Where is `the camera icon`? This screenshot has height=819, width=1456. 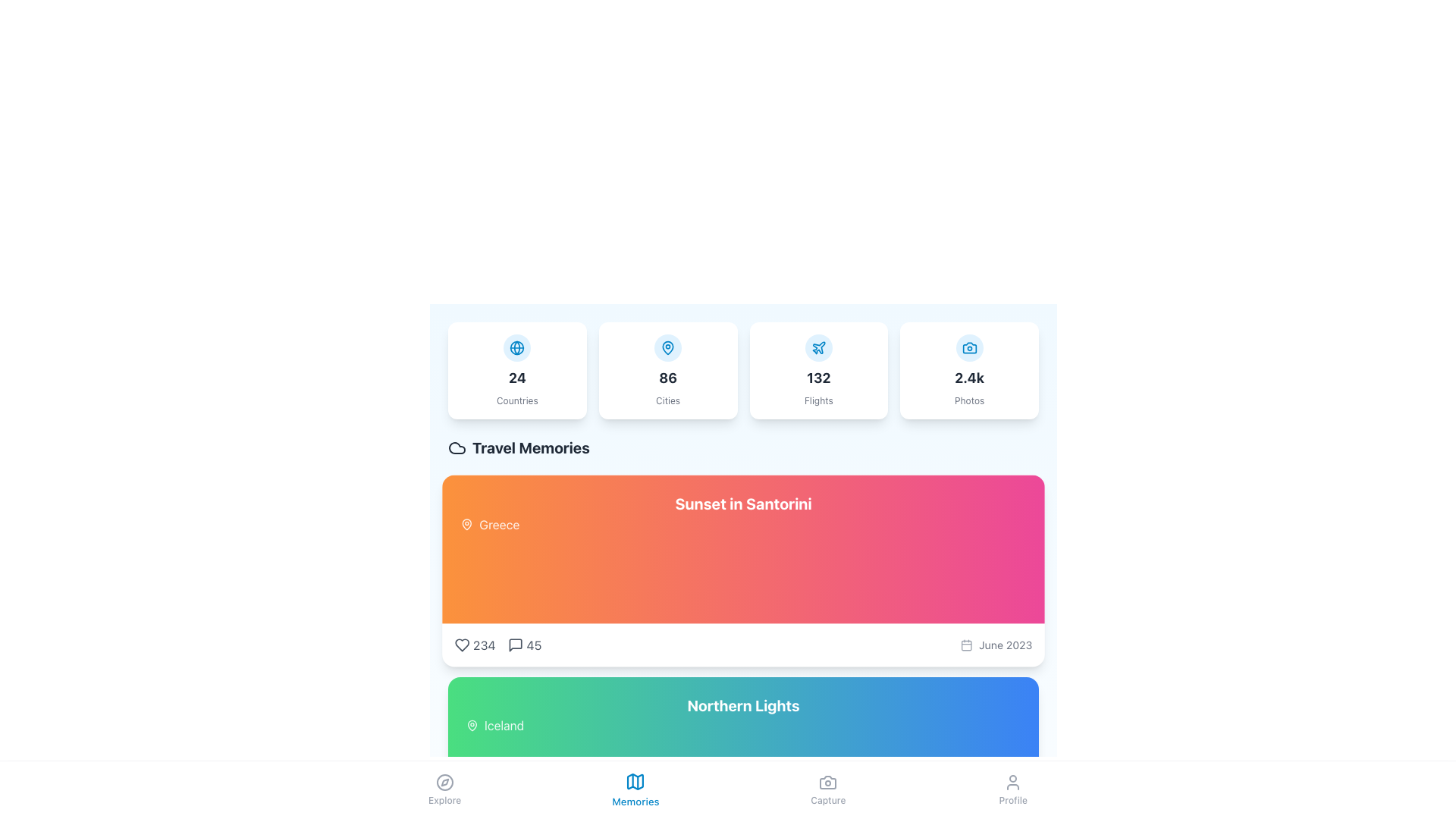
the camera icon is located at coordinates (827, 783).